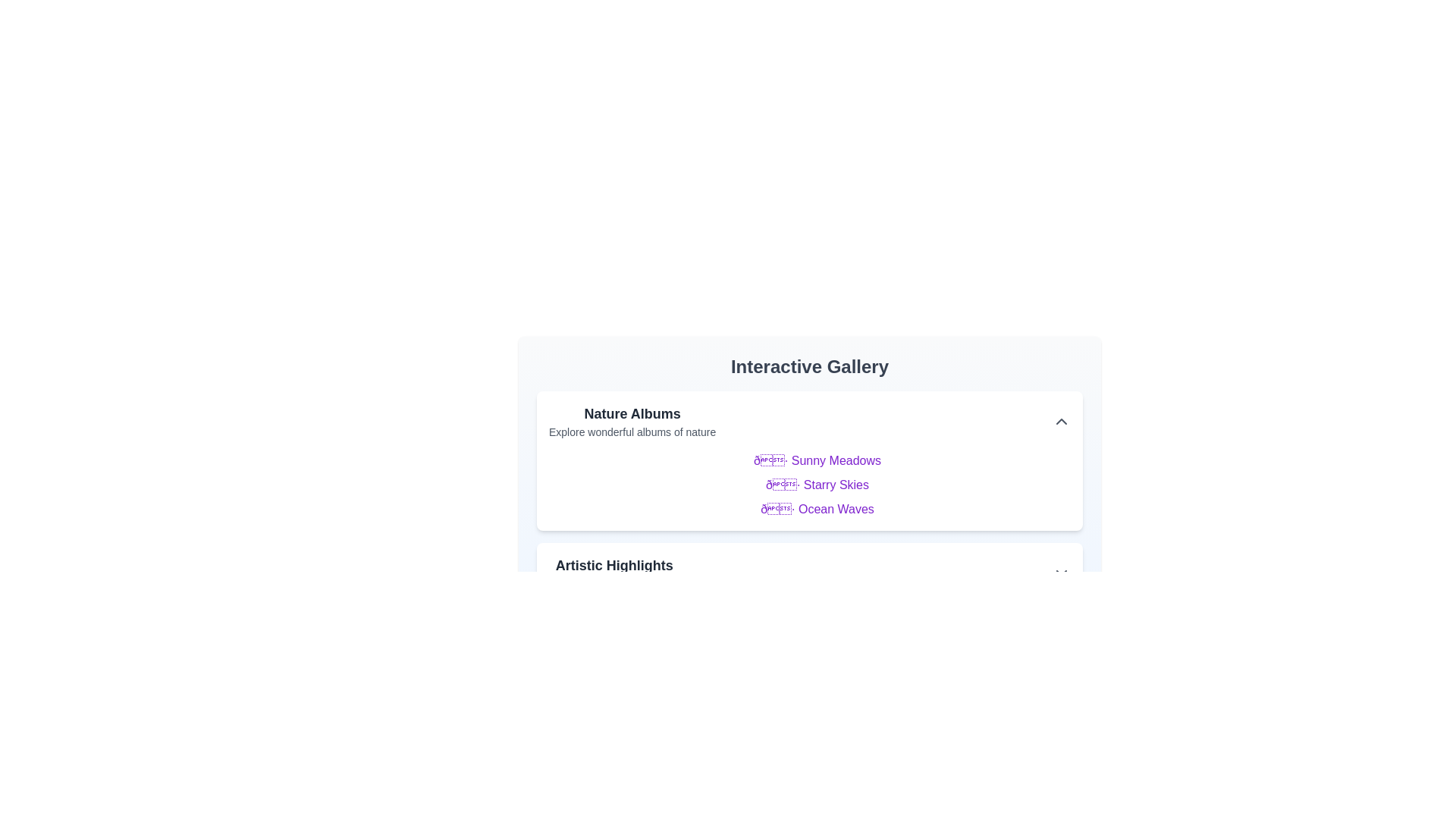  Describe the element at coordinates (817, 485) in the screenshot. I see `the text of Starry Skies for copying` at that location.